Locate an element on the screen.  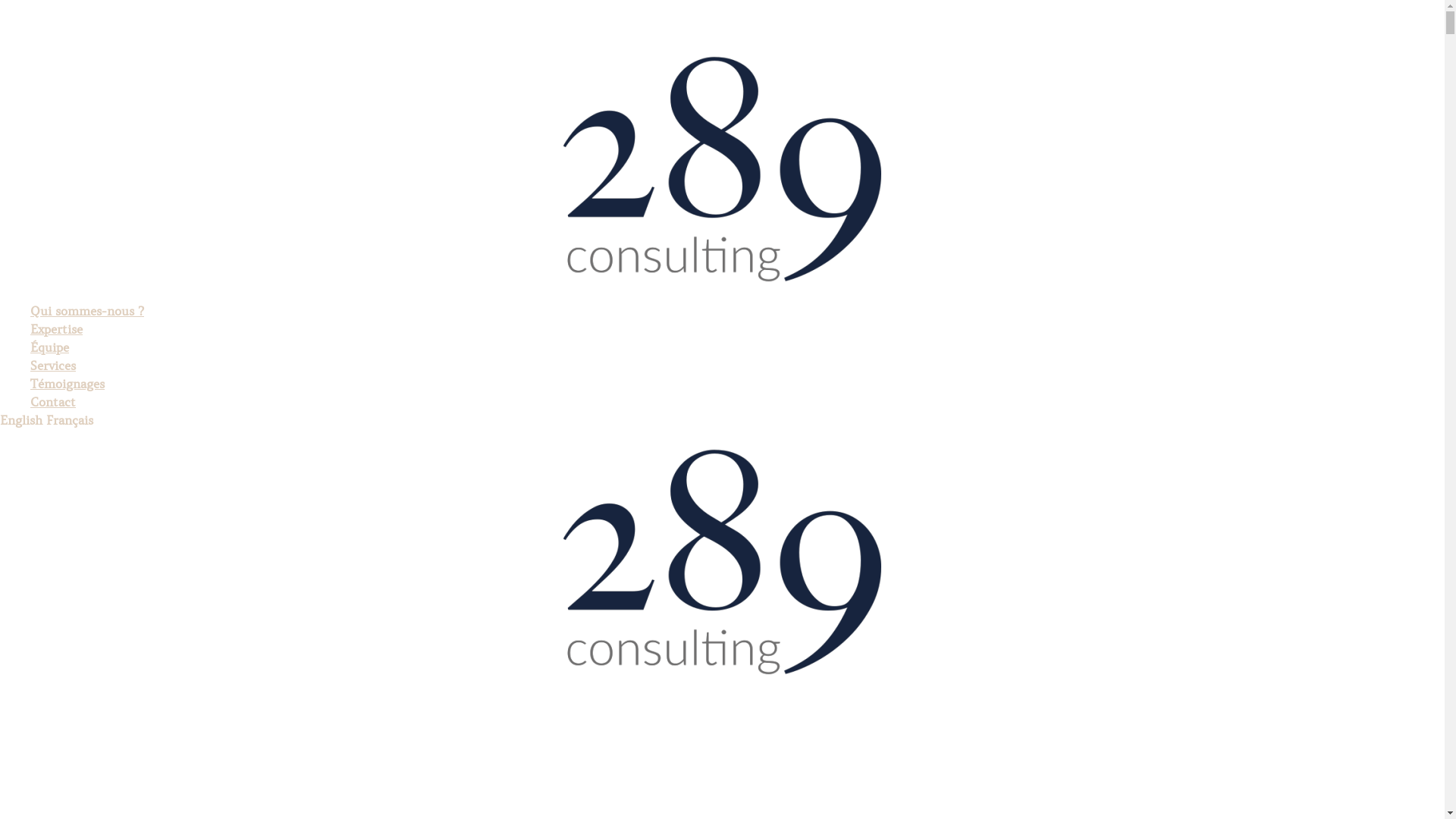
'Qui sommes-nous ?' is located at coordinates (86, 309).